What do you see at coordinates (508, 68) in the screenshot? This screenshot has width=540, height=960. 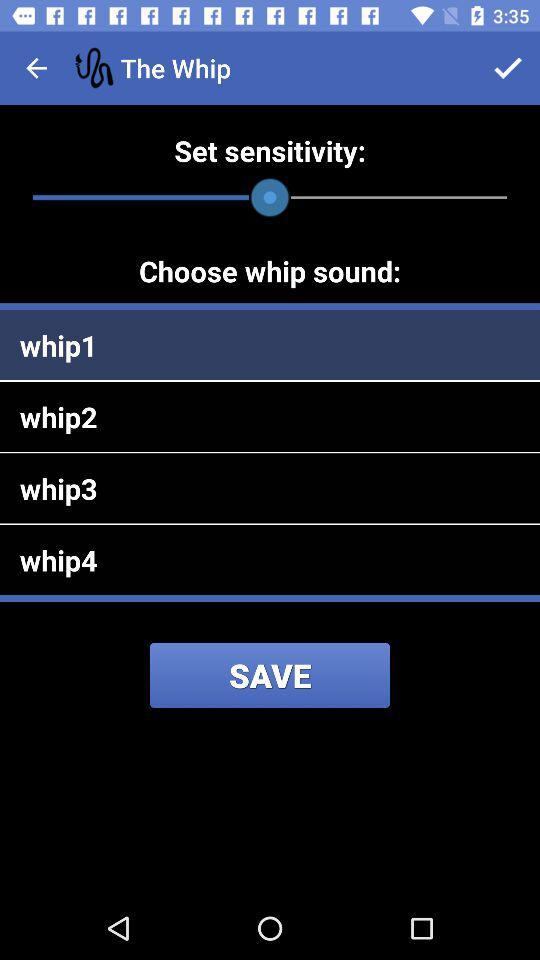 I see `app to the right of the whip` at bounding box center [508, 68].